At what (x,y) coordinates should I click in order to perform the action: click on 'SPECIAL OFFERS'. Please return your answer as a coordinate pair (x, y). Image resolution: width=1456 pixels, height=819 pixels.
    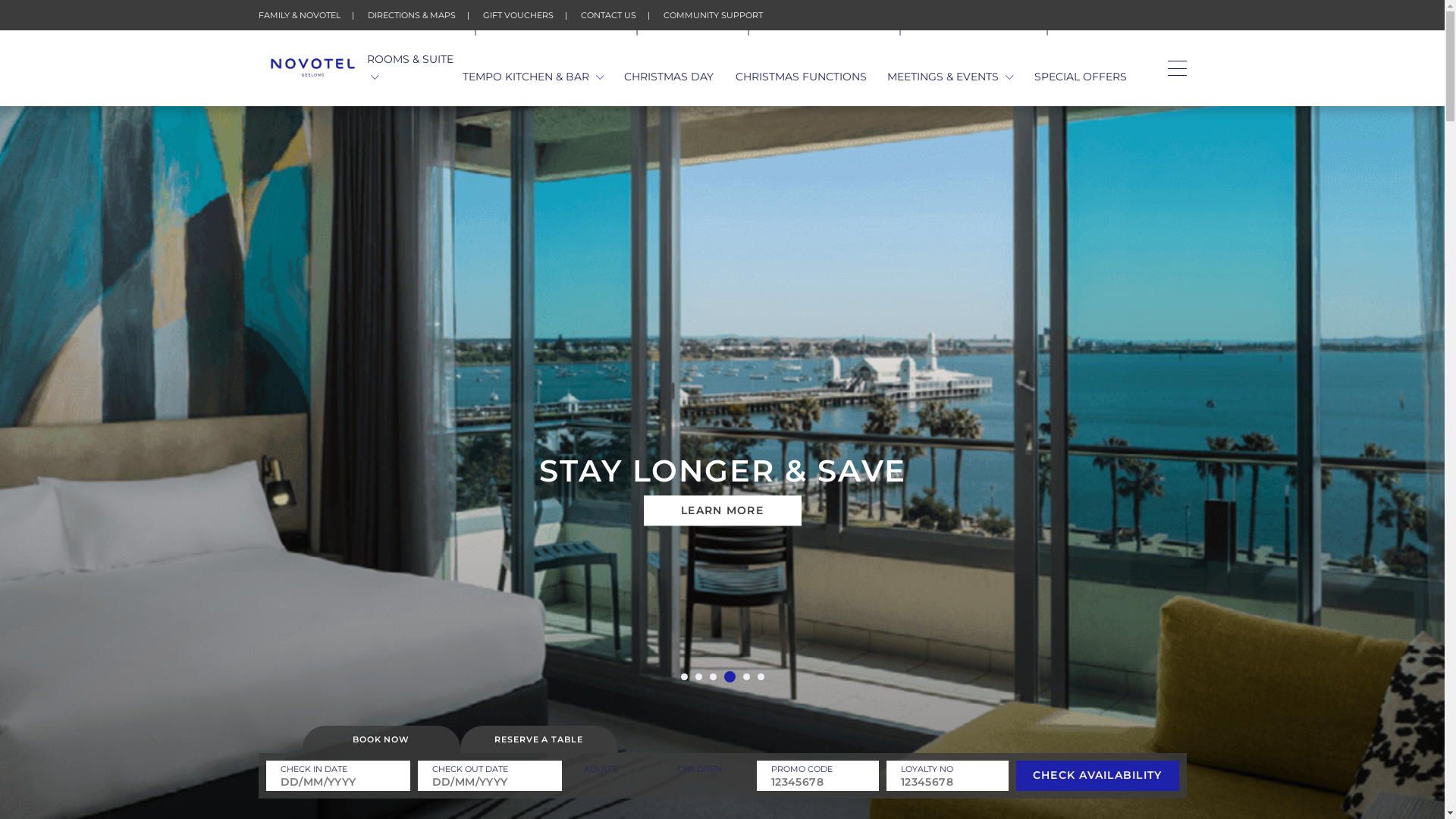
    Looking at the image, I should click on (1080, 77).